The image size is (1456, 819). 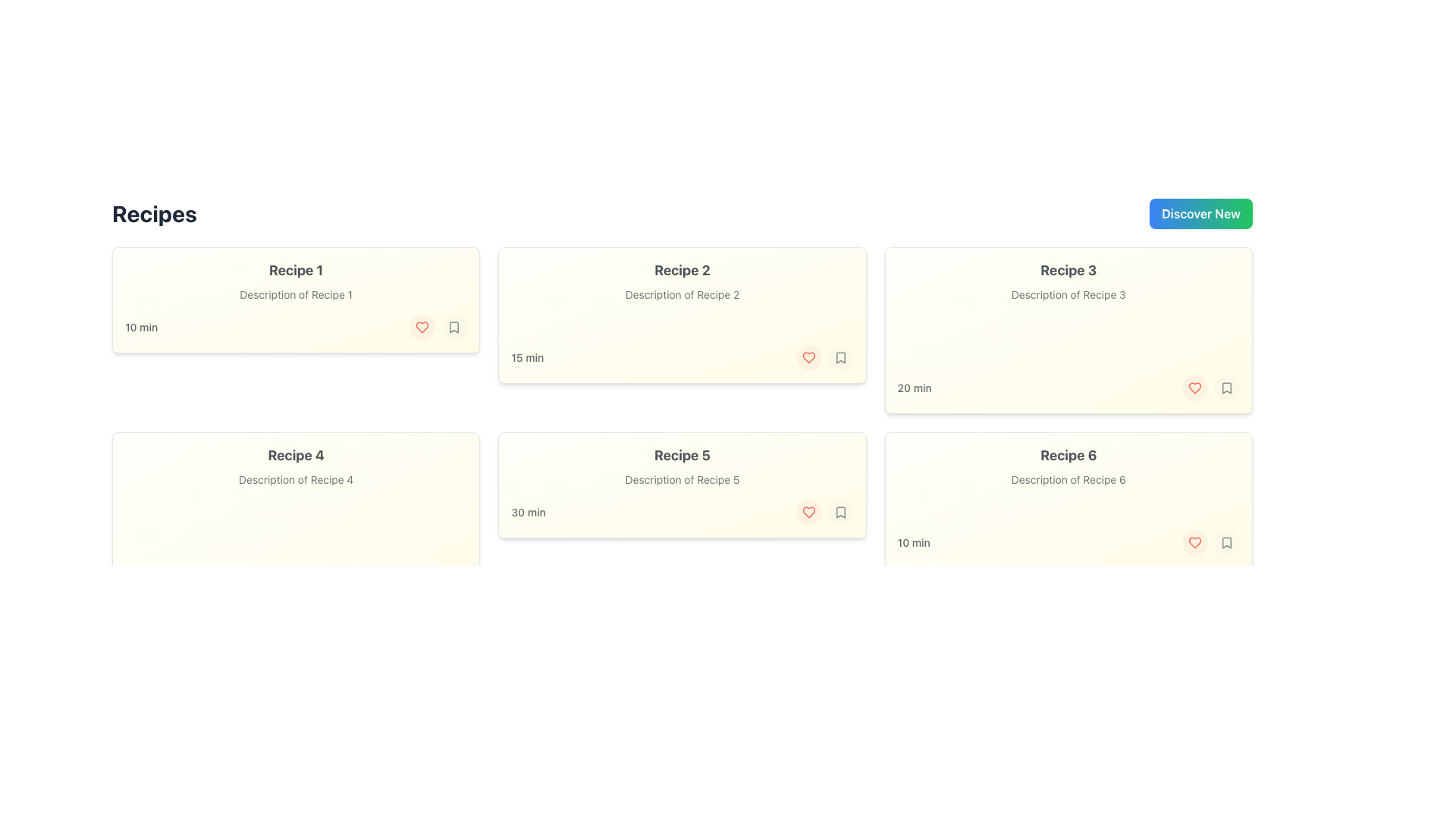 What do you see at coordinates (528, 512) in the screenshot?
I see `the static label indicating the duration for 'Recipe 5', located in the bottom-left corner of the card` at bounding box center [528, 512].